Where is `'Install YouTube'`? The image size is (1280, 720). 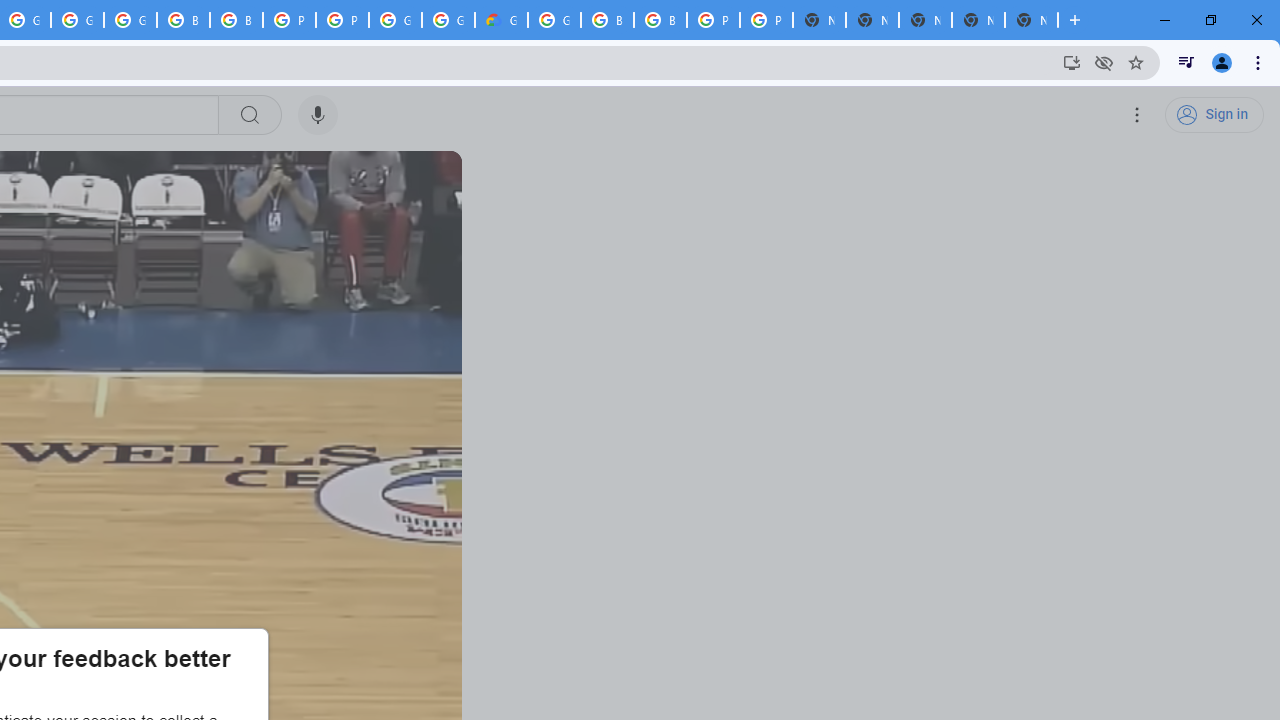 'Install YouTube' is located at coordinates (1071, 61).